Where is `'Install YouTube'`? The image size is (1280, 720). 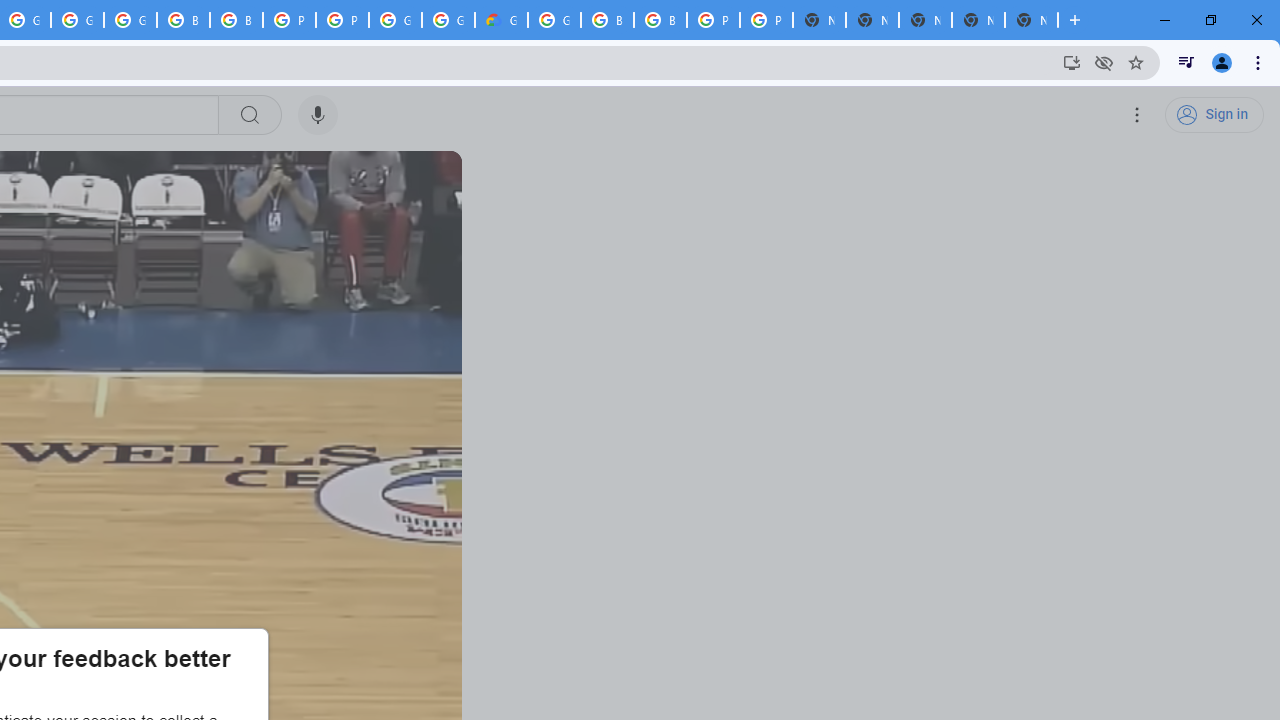 'Install YouTube' is located at coordinates (1071, 61).